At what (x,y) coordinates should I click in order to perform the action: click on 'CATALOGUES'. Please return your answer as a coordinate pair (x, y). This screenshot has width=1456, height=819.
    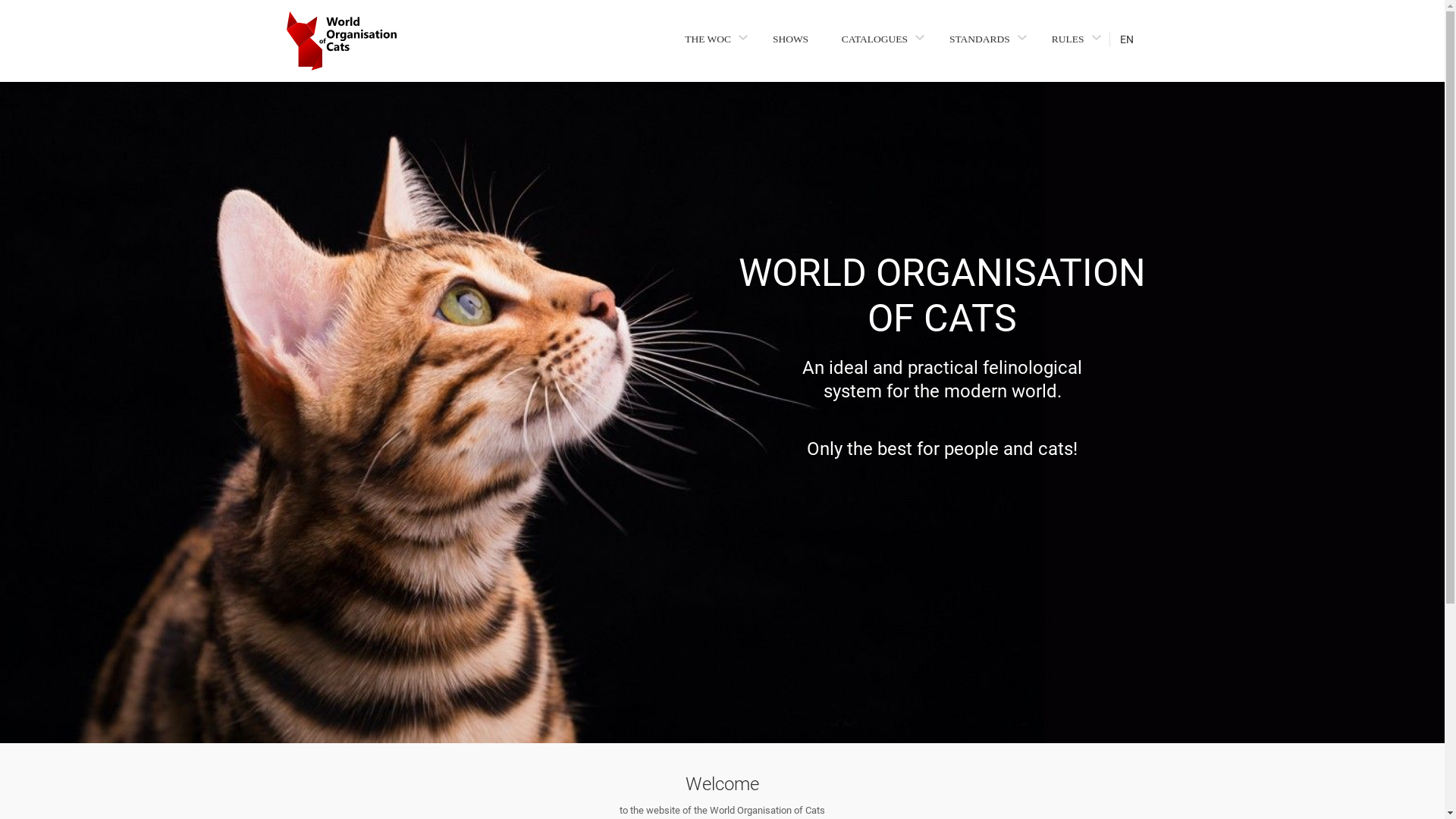
    Looking at the image, I should click on (878, 38).